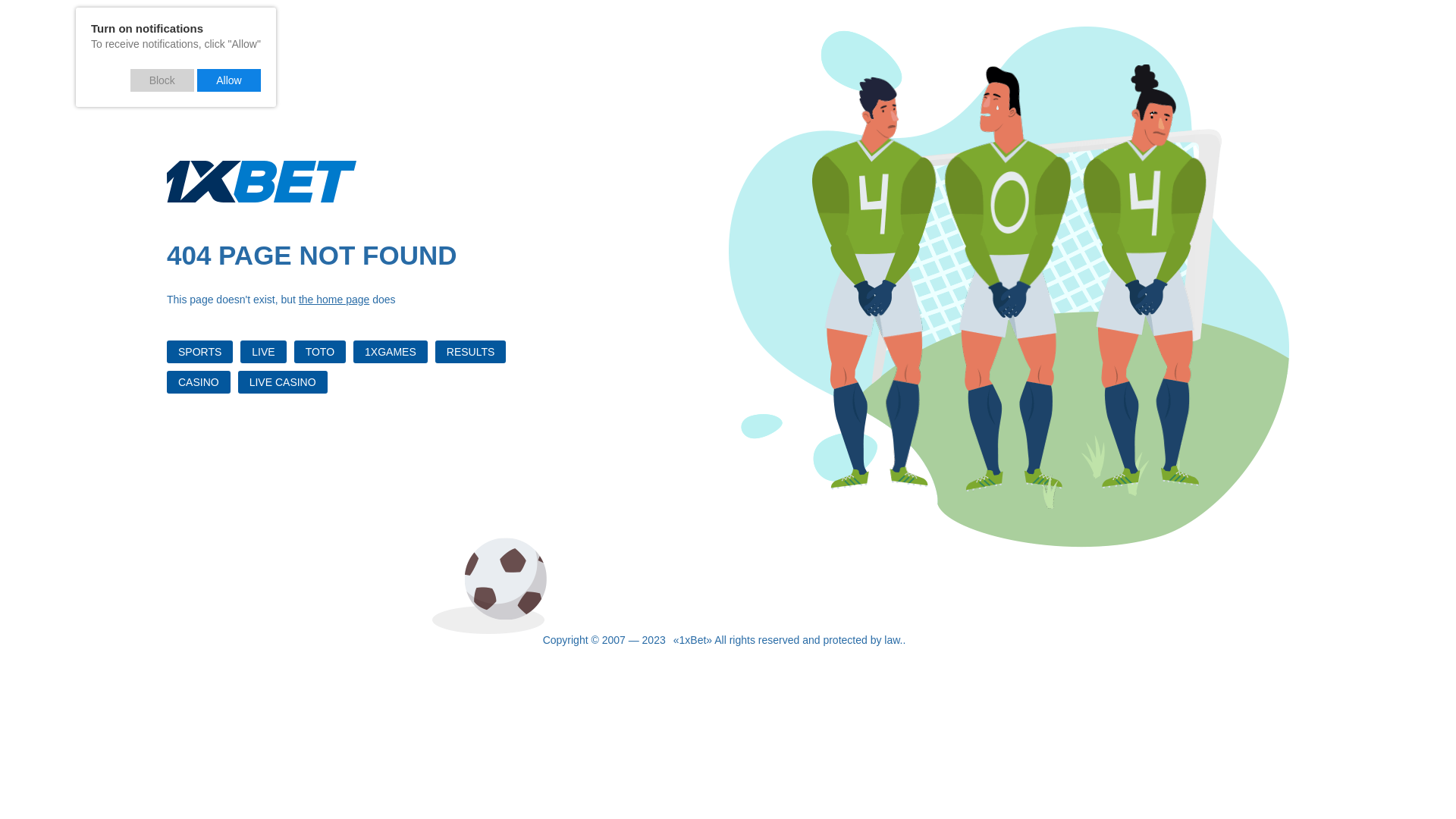 This screenshot has width=1456, height=819. I want to click on 'Allow', so click(228, 80).